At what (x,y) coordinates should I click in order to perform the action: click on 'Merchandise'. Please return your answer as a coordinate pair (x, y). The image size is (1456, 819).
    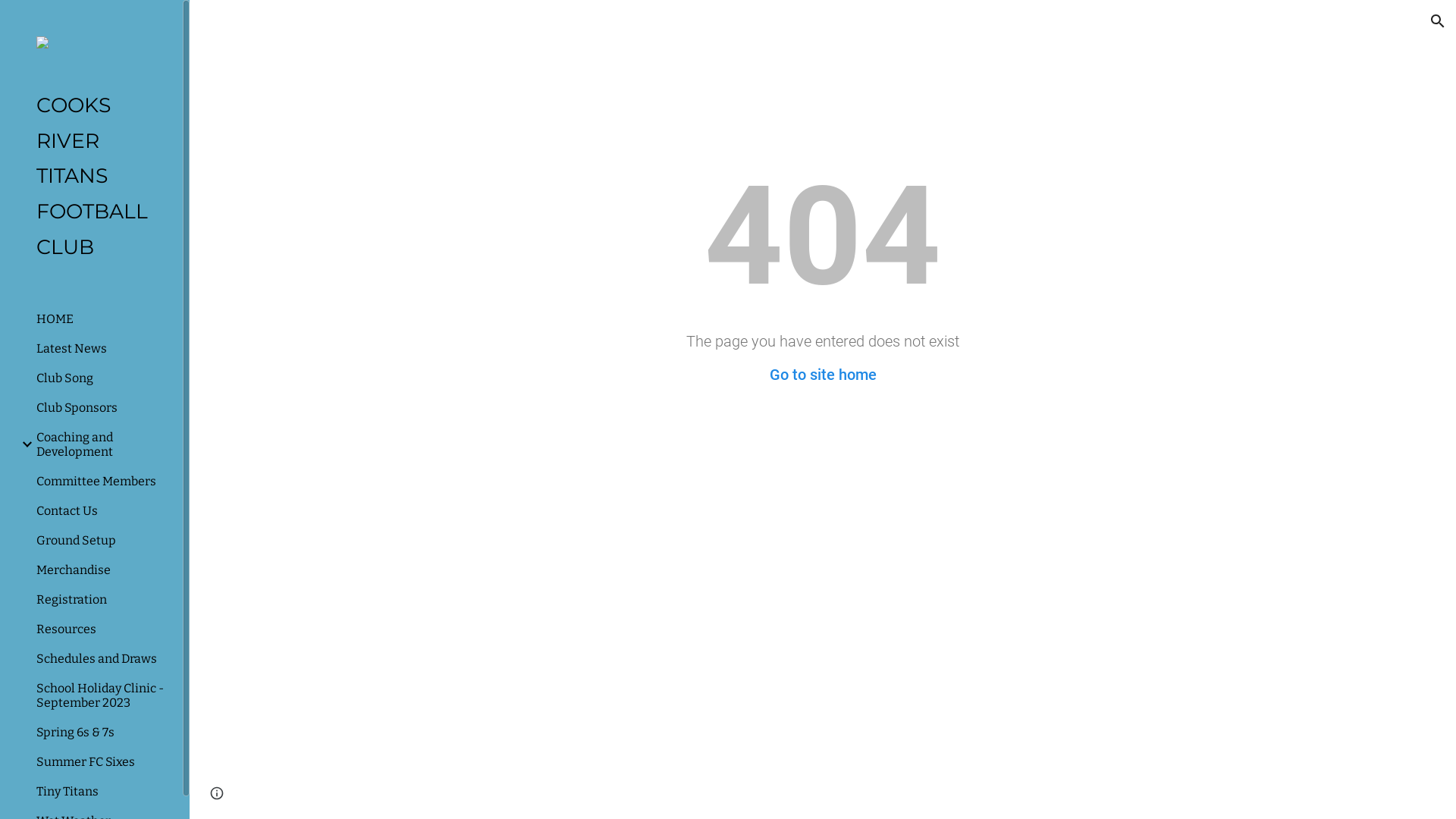
    Looking at the image, I should click on (102, 570).